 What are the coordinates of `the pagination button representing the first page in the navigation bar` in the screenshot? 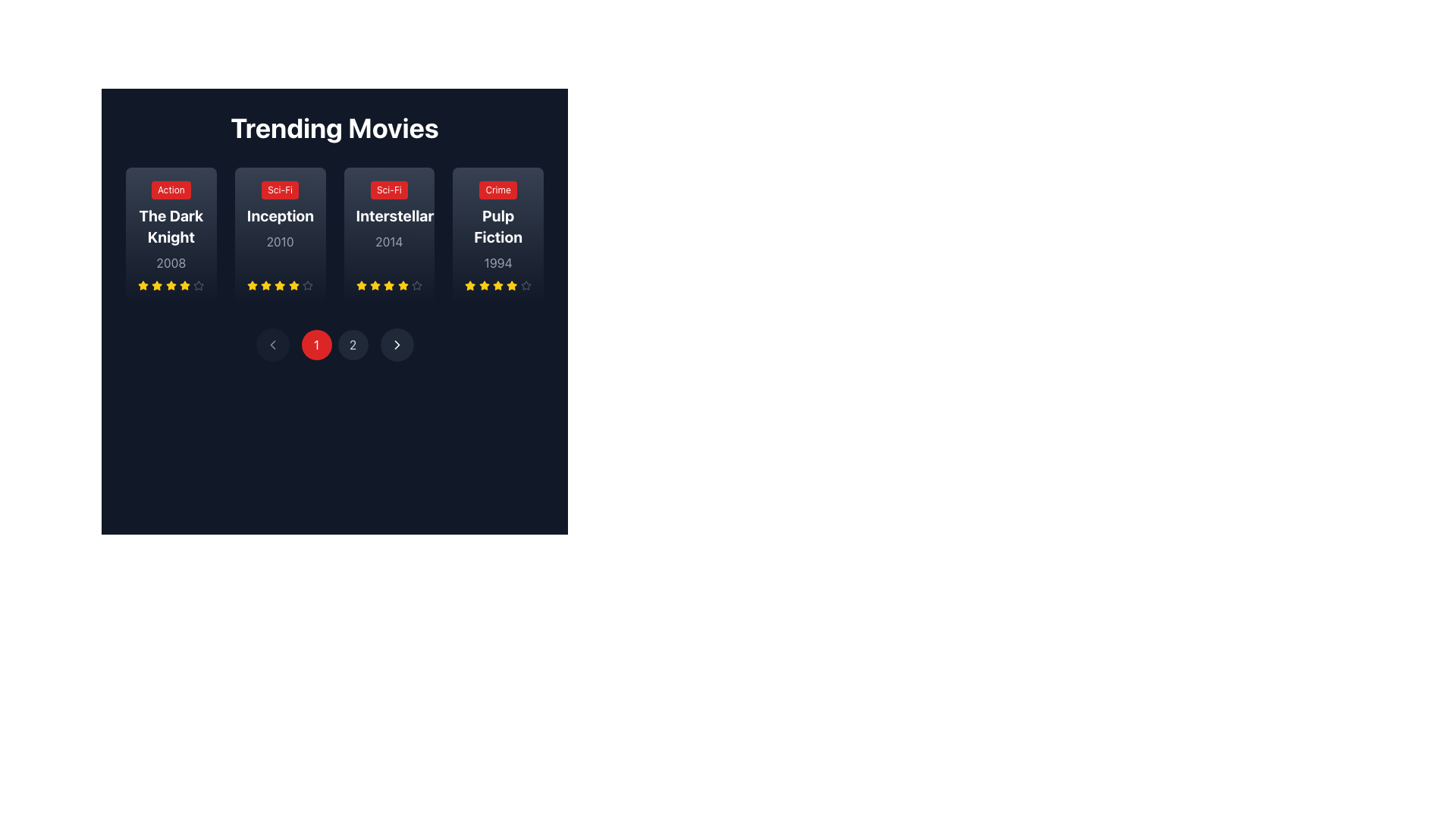 It's located at (334, 344).